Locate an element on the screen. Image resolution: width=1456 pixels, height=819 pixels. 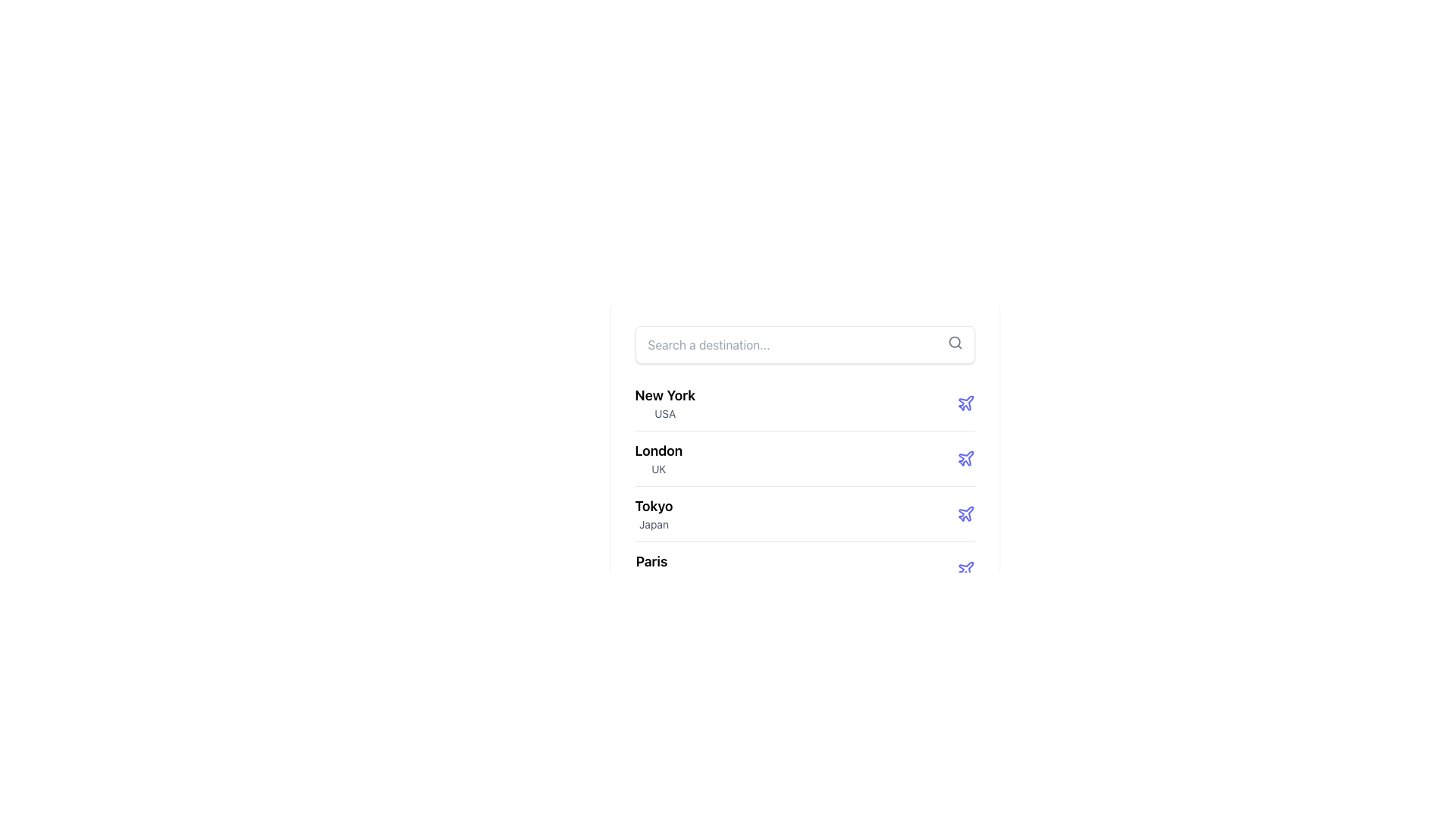
the airplane icon is located at coordinates (965, 569).